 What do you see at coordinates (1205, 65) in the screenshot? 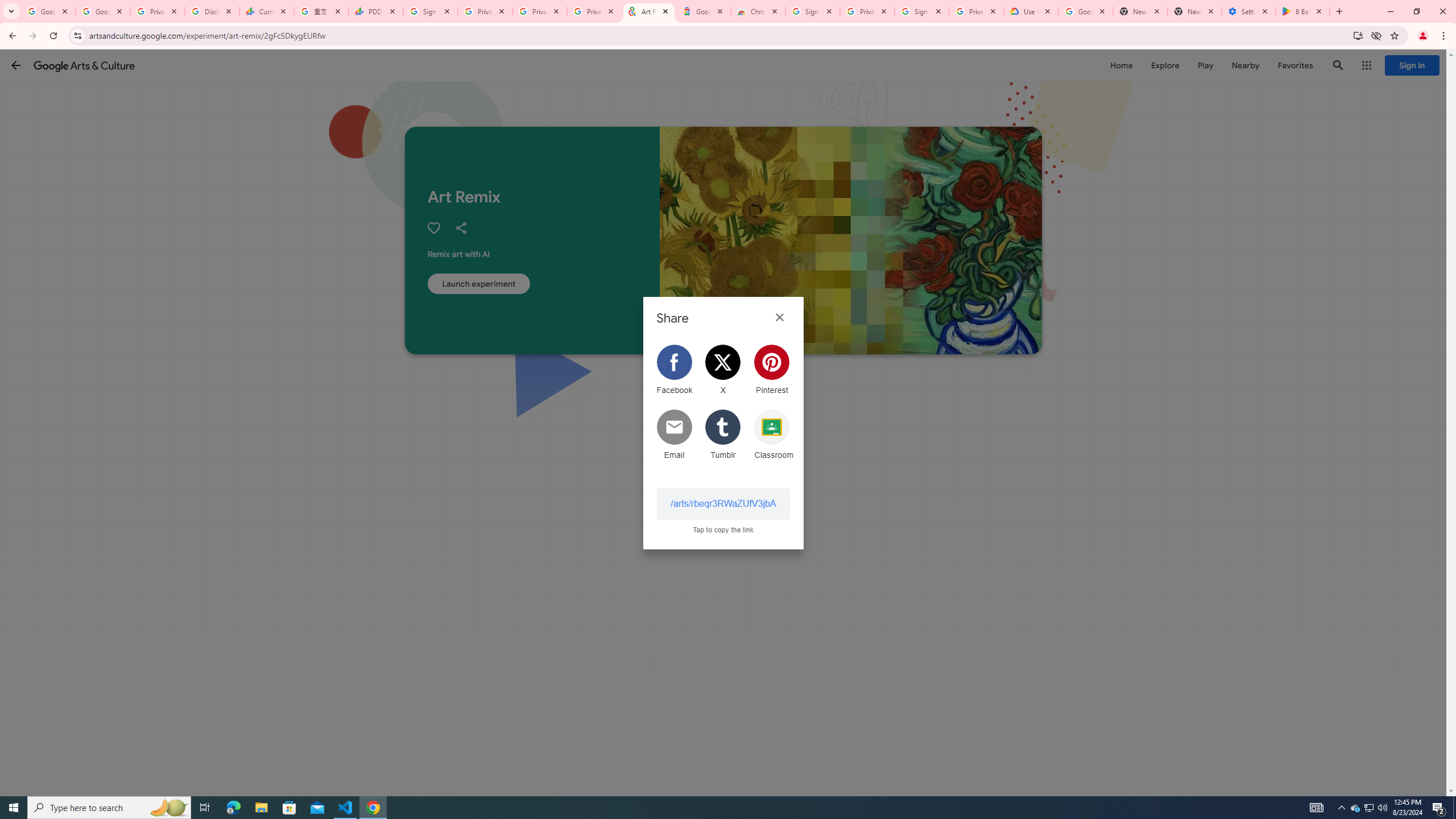
I see `'Play'` at bounding box center [1205, 65].